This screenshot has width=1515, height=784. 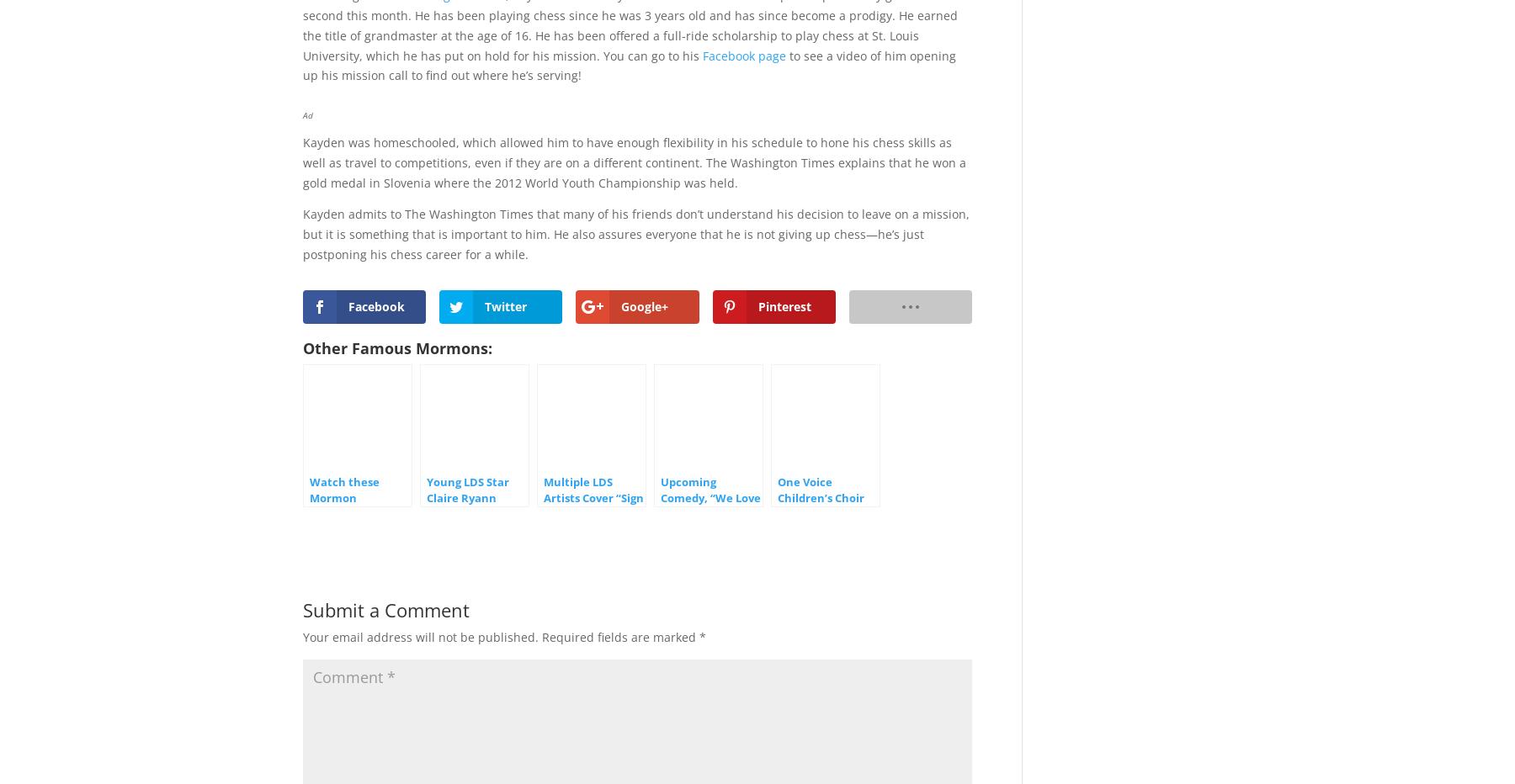 What do you see at coordinates (821, 512) in the screenshot?
I see `'One Voice Children’s Choir Covers “Something Just Like This”'` at bounding box center [821, 512].